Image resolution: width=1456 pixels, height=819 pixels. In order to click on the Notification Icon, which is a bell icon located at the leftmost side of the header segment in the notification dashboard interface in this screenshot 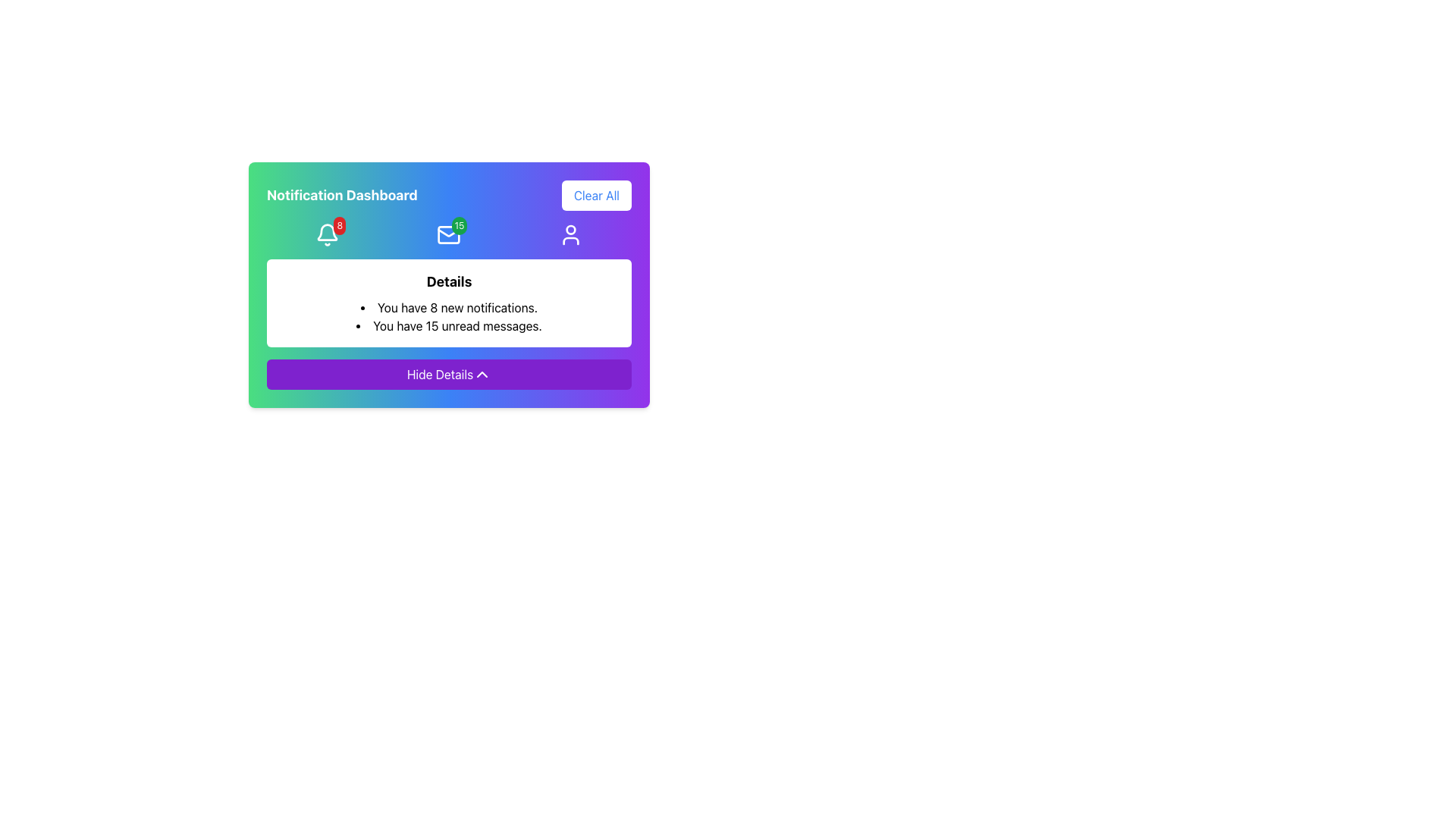, I will do `click(327, 234)`.